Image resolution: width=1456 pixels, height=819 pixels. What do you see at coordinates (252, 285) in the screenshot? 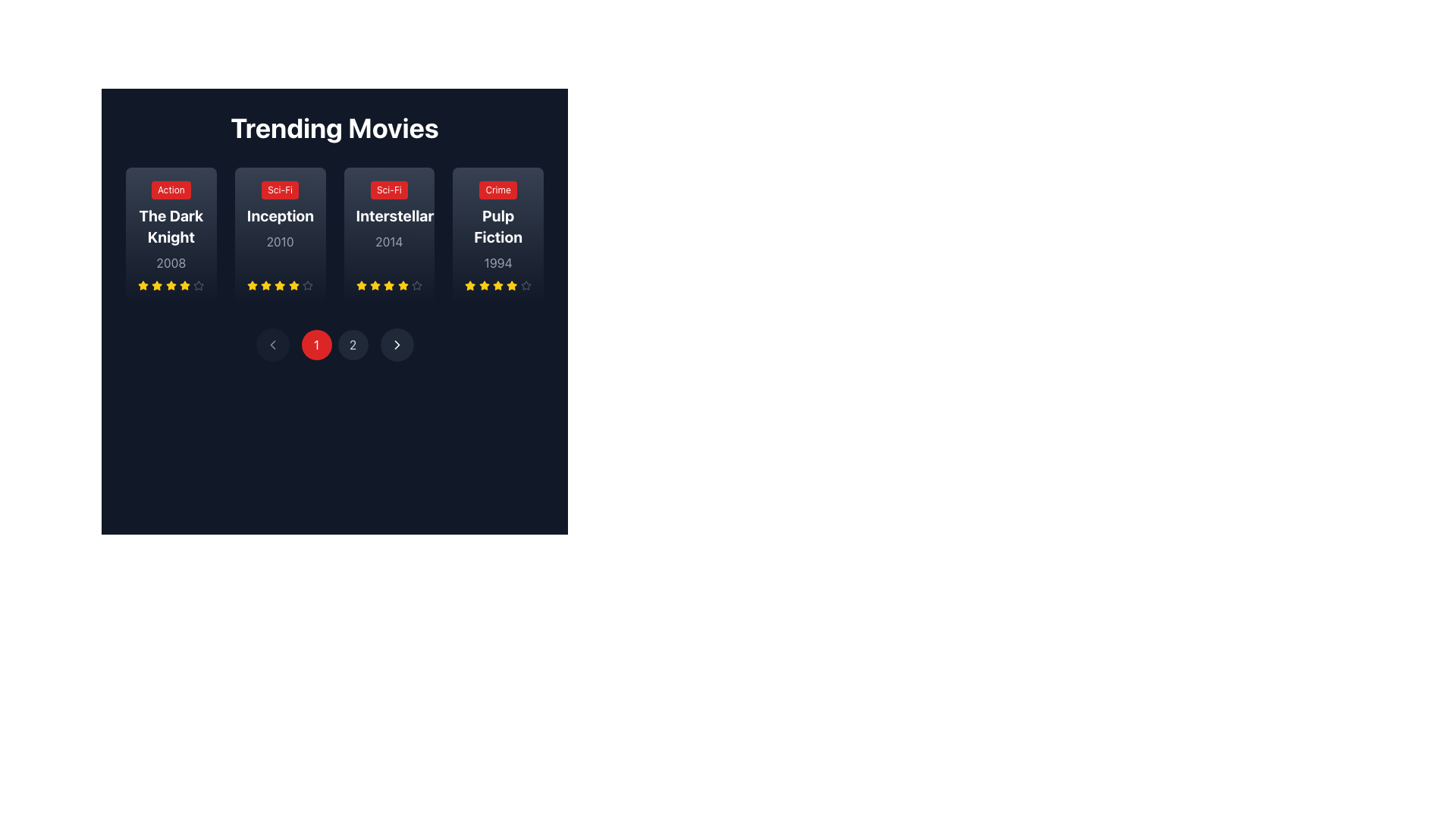
I see `the yellow star icon representing the rating for the movie 'Inception', which is the first star in the rating system located in the second card from the left in the 'Trending Movies' section` at bounding box center [252, 285].